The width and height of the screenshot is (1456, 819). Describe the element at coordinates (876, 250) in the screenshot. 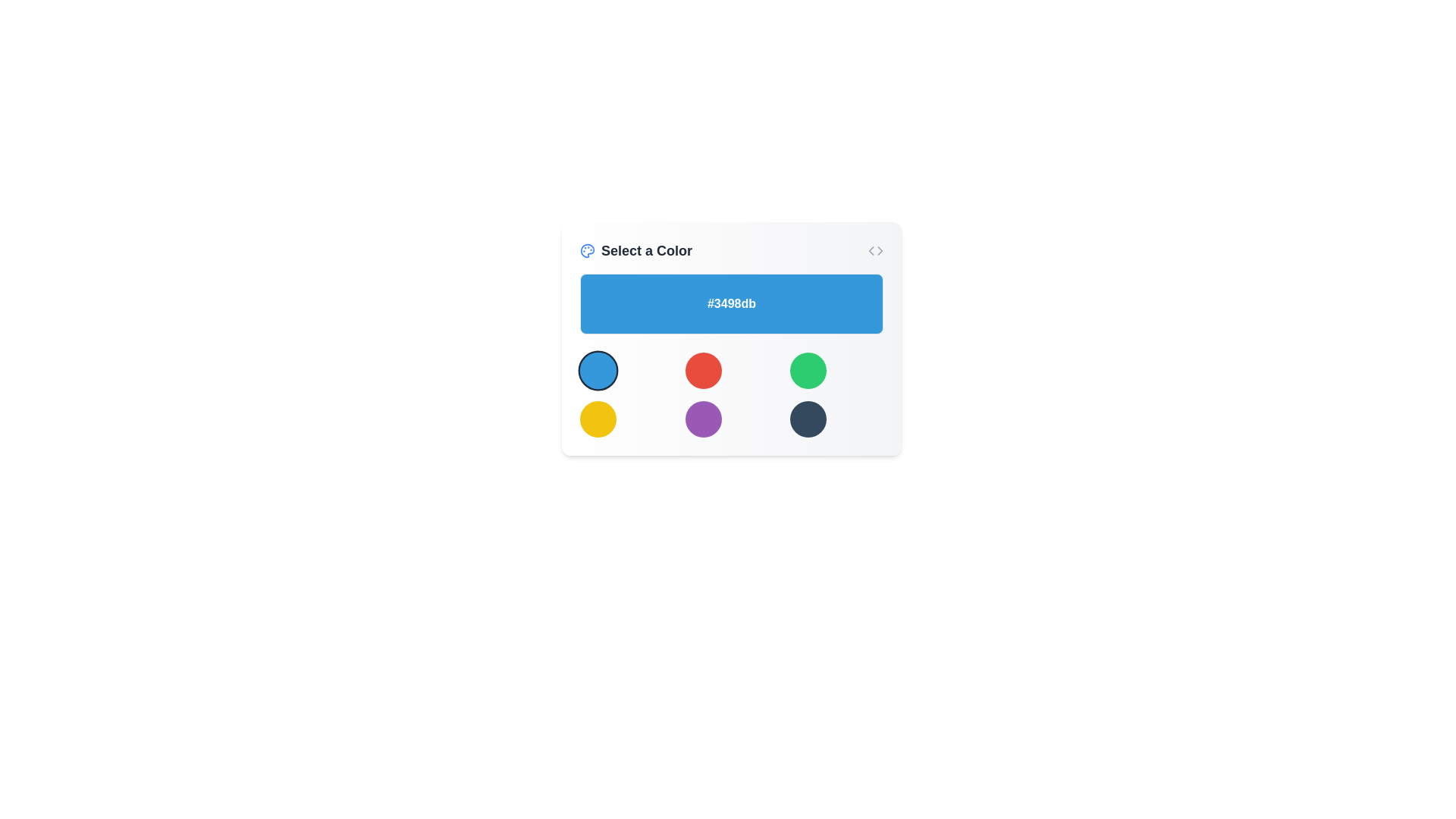

I see `the small gray decorative icon resembling code or chevrons located at the far right side of the header section of the 'Select a Color' panel` at that location.